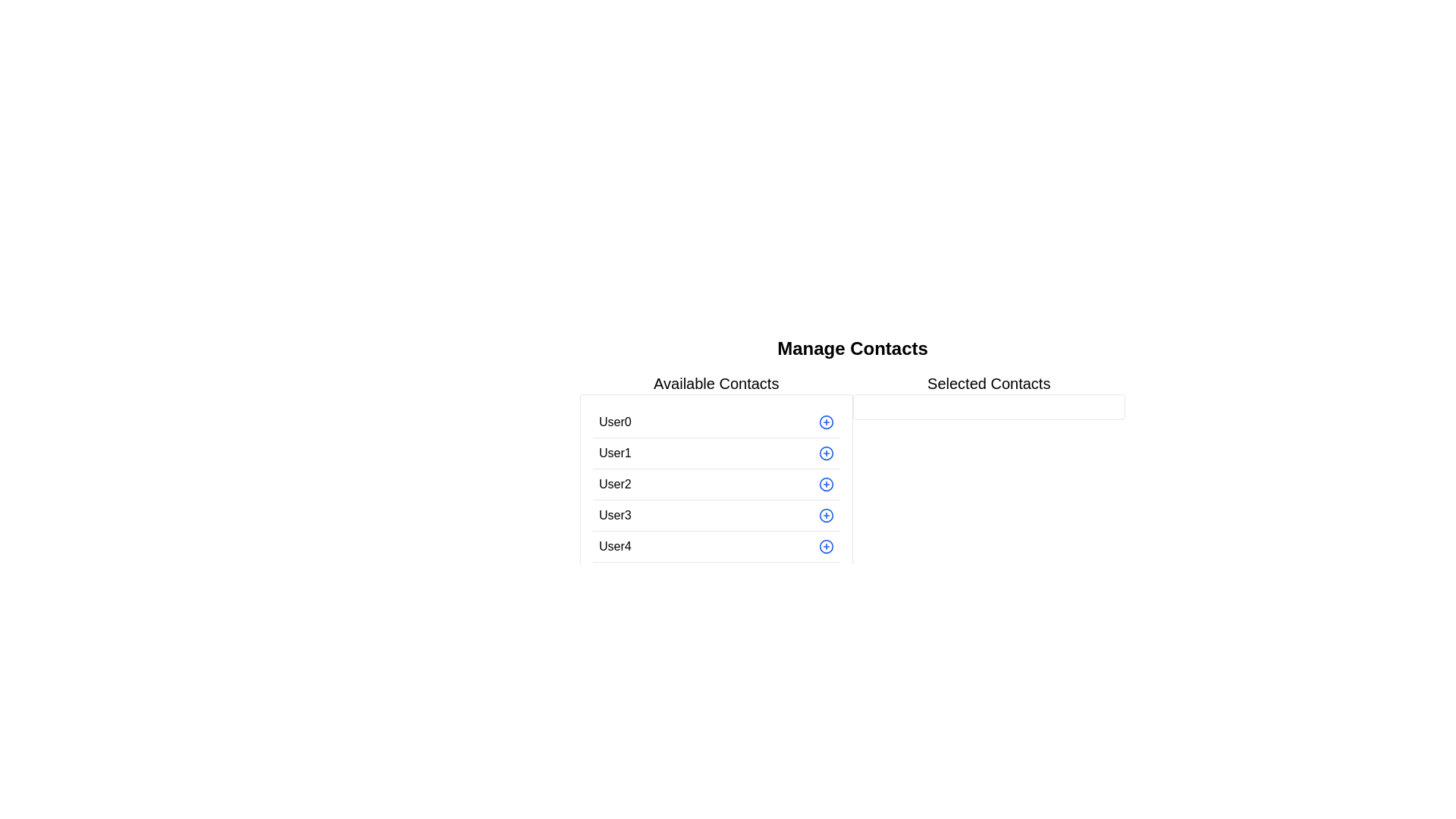 The height and width of the screenshot is (819, 1456). What do you see at coordinates (715, 485) in the screenshot?
I see `the third row labeled 'User2' in the 'Available Contacts' section` at bounding box center [715, 485].